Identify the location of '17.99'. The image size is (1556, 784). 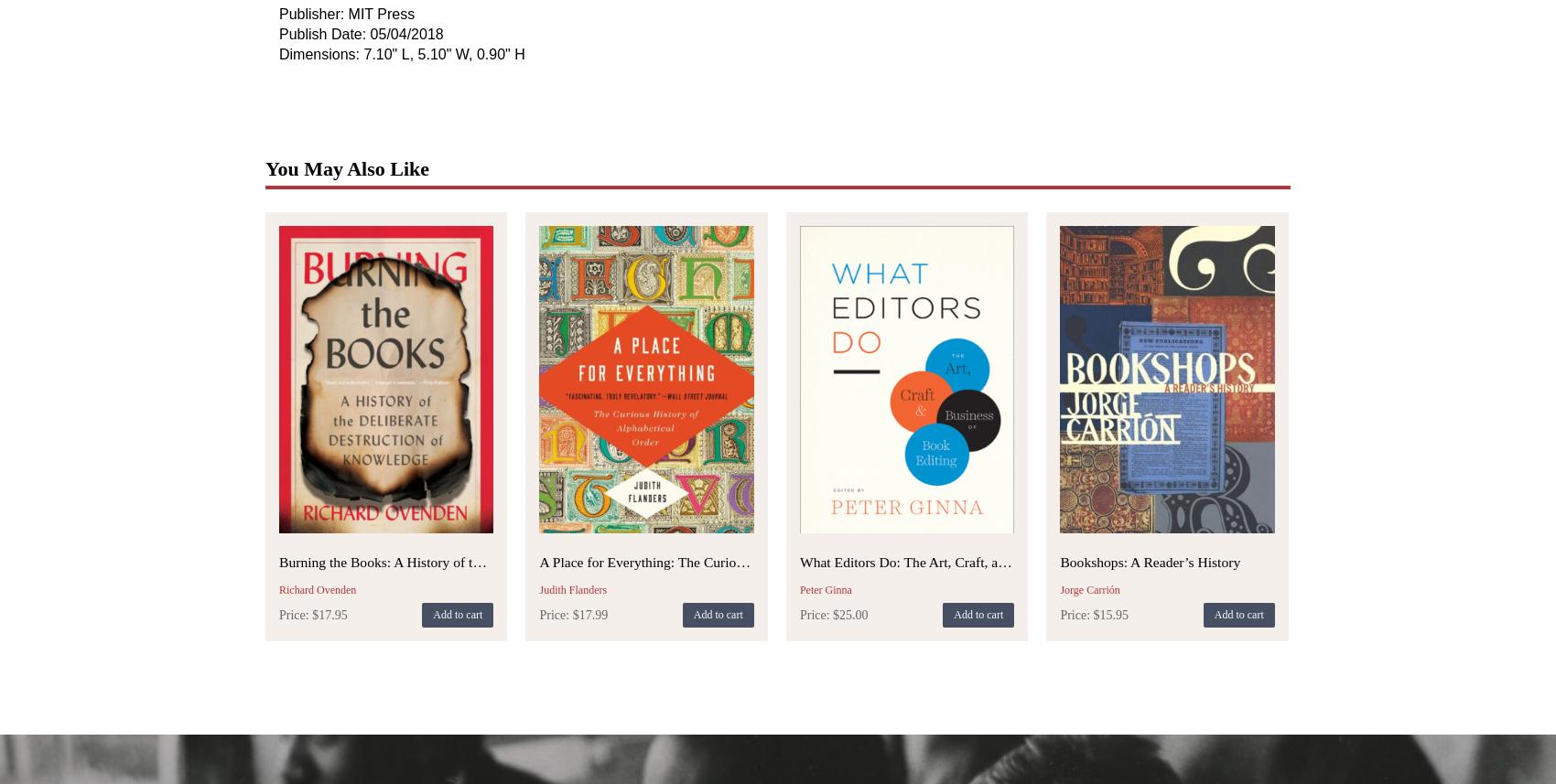
(593, 614).